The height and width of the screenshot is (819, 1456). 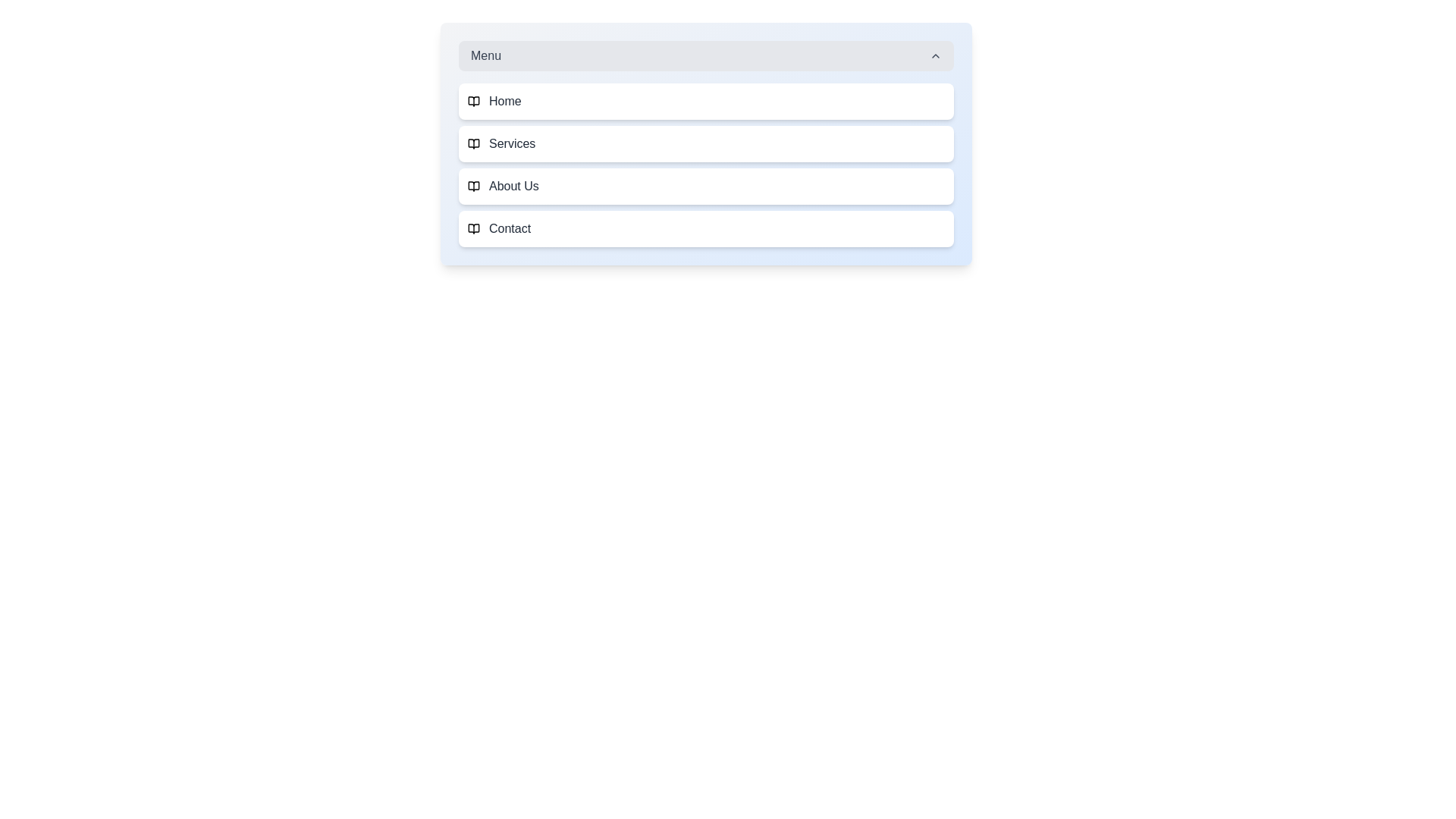 What do you see at coordinates (705, 143) in the screenshot?
I see `the second button in the vertically stacked menu, located below the 'Home' button and above the 'About Us' button` at bounding box center [705, 143].